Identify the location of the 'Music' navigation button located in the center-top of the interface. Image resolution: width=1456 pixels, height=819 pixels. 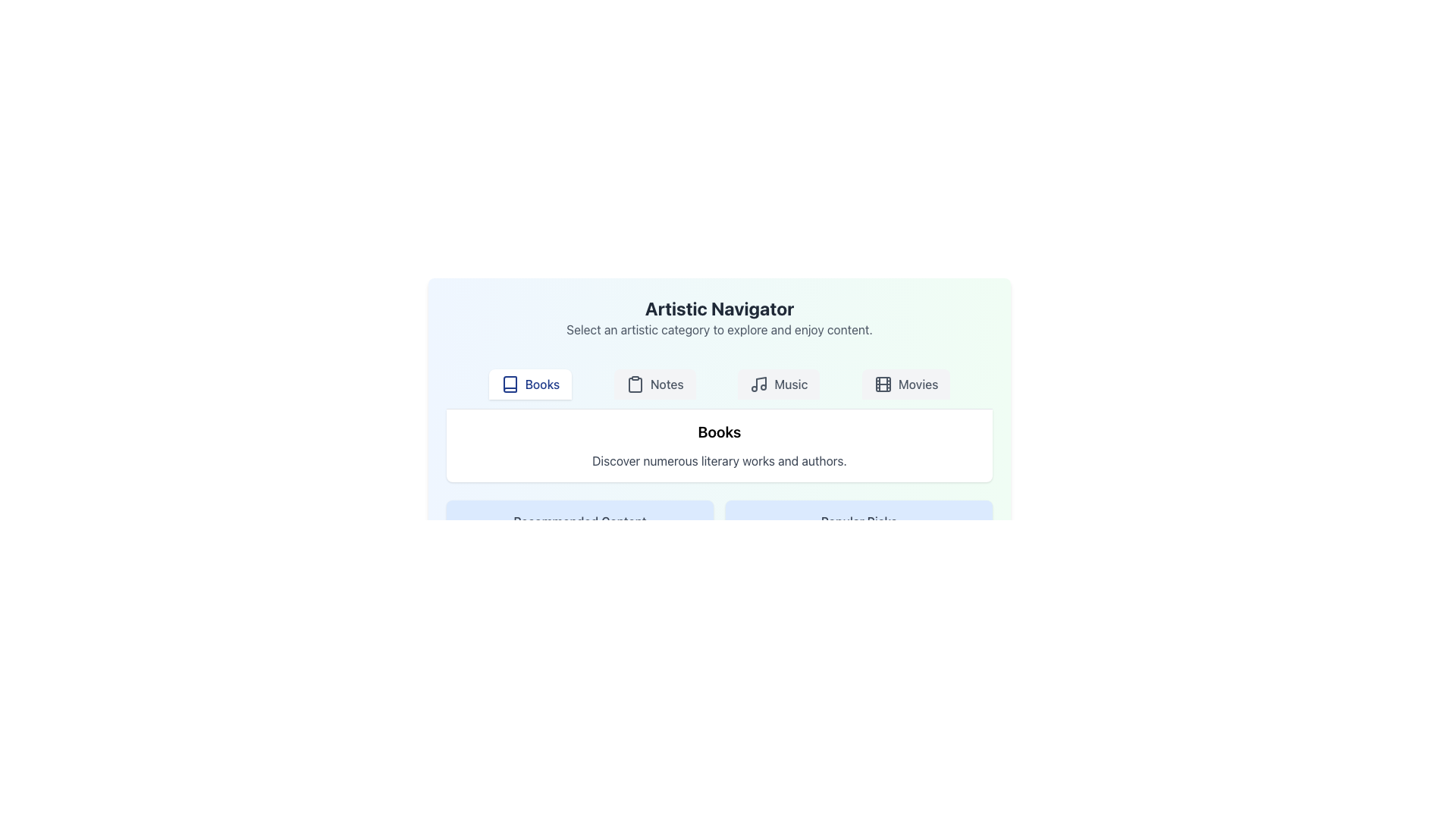
(779, 383).